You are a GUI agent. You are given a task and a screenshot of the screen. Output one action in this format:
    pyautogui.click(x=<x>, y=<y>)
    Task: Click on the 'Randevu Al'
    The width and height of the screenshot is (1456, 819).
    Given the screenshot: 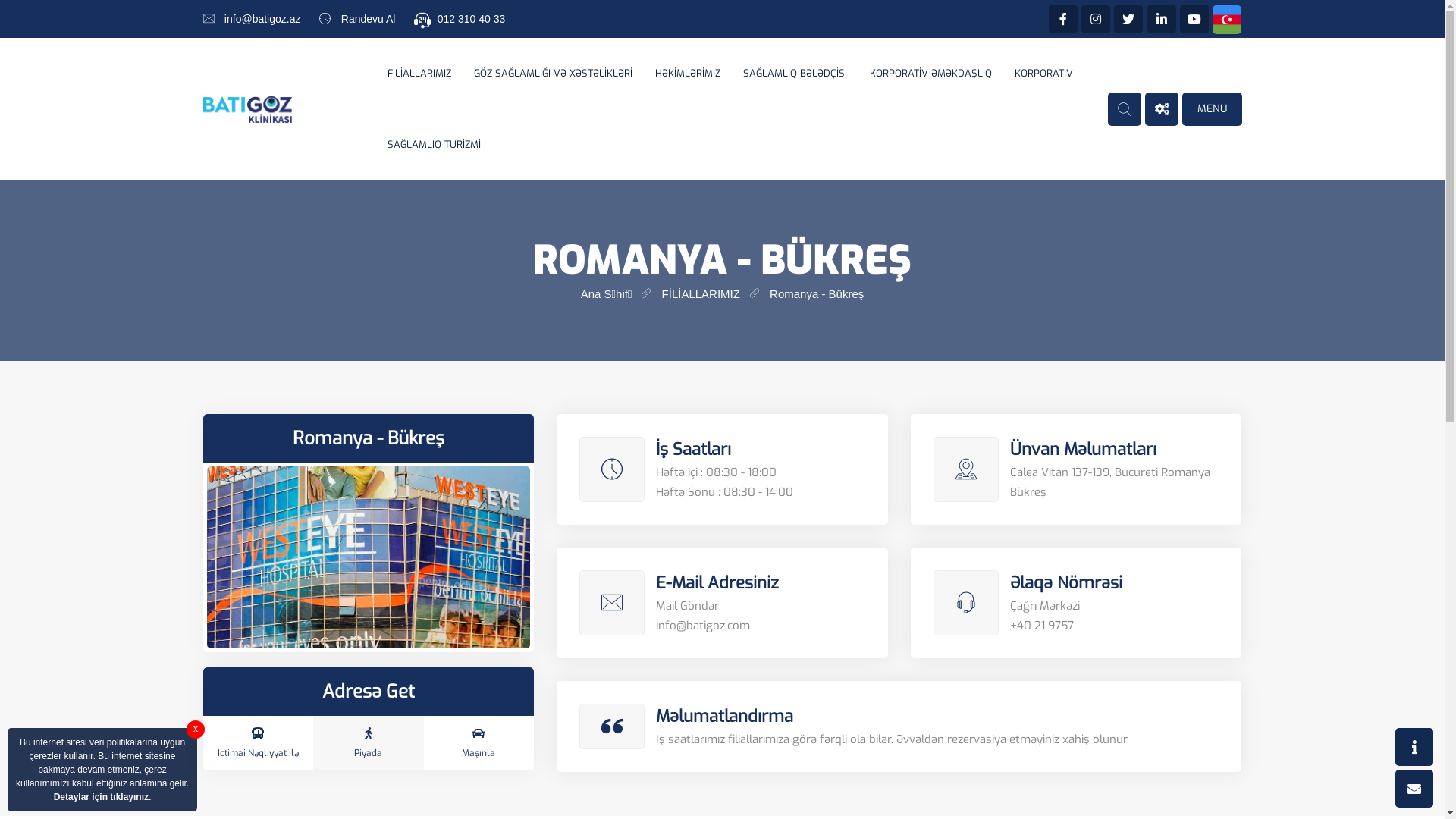 What is the action you would take?
    pyautogui.click(x=340, y=18)
    